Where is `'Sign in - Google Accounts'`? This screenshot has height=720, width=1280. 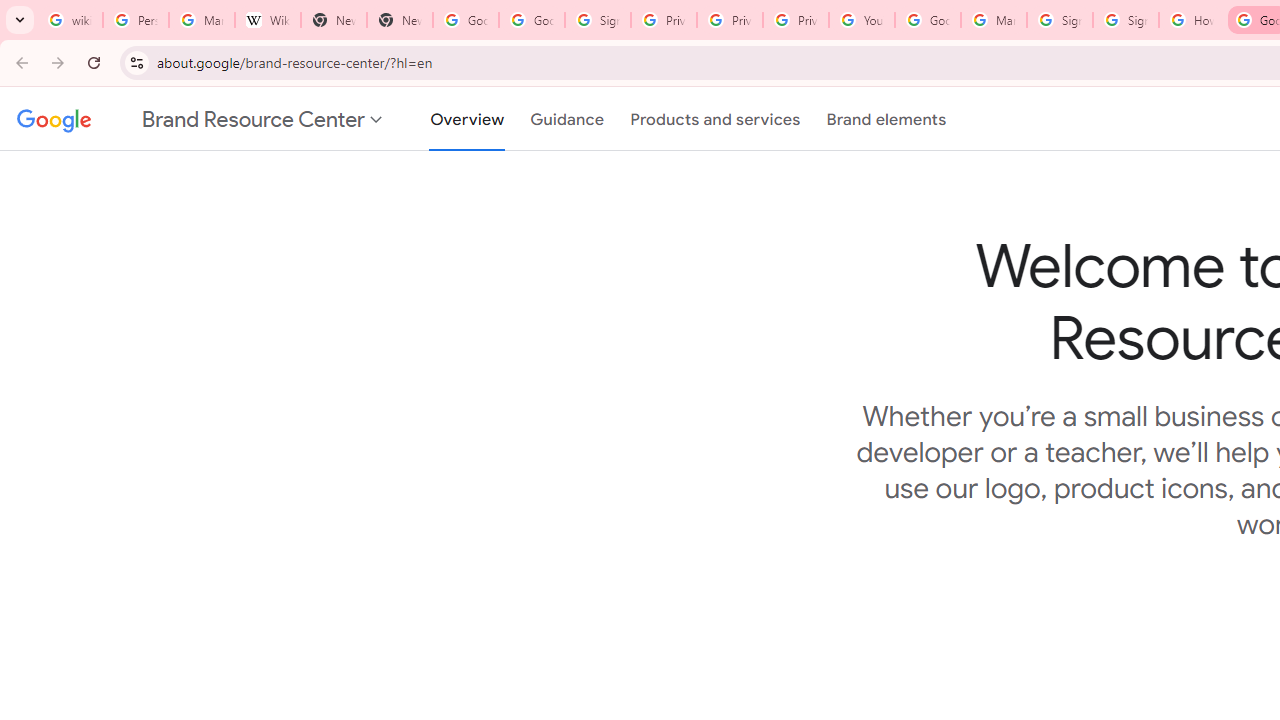 'Sign in - Google Accounts' is located at coordinates (1058, 20).